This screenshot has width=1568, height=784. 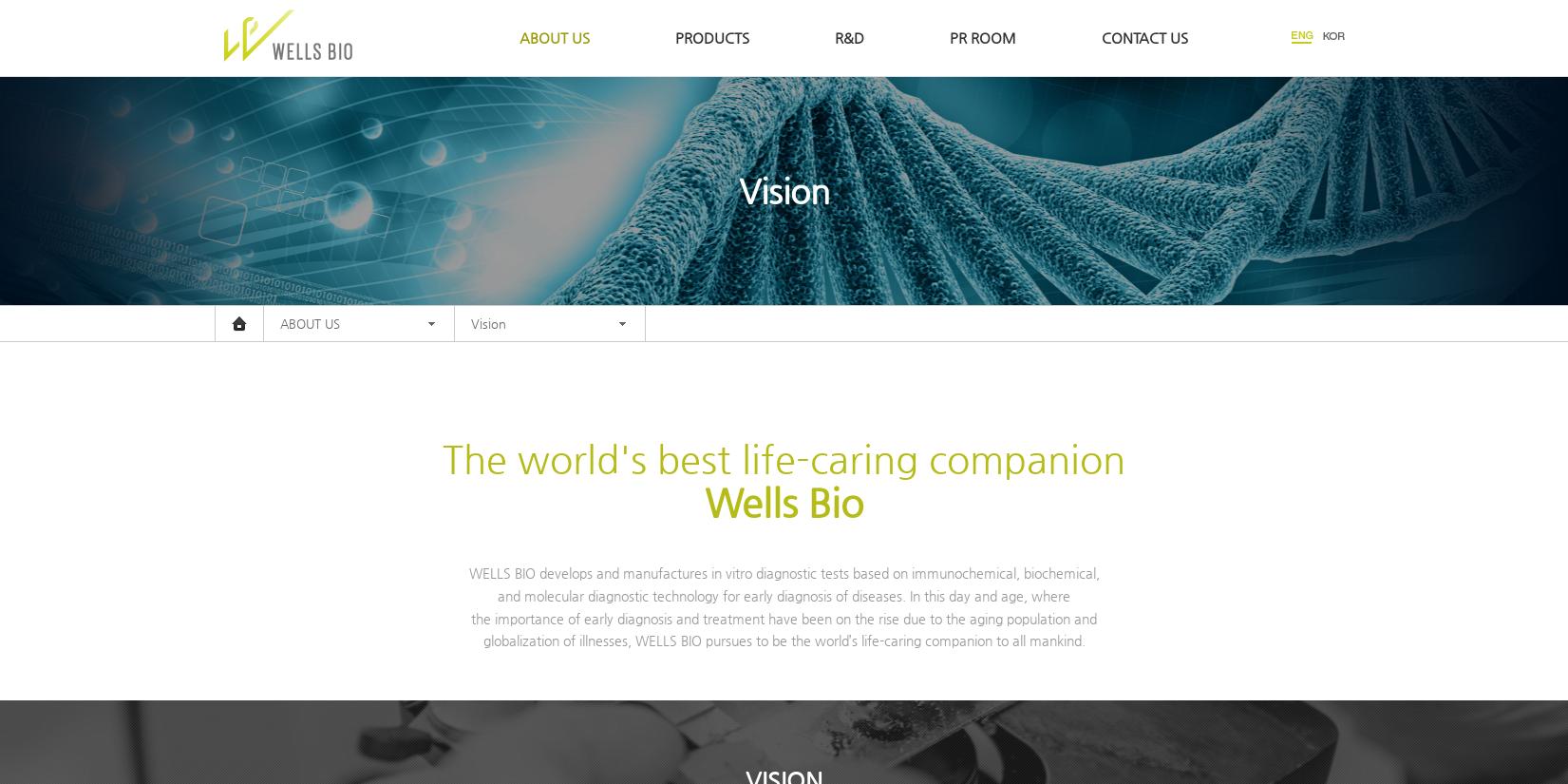 What do you see at coordinates (784, 571) in the screenshot?
I see `'WELLS BIO develops and manufactures in vitro diagnostic tests based on immunochemical, biochemical,'` at bounding box center [784, 571].